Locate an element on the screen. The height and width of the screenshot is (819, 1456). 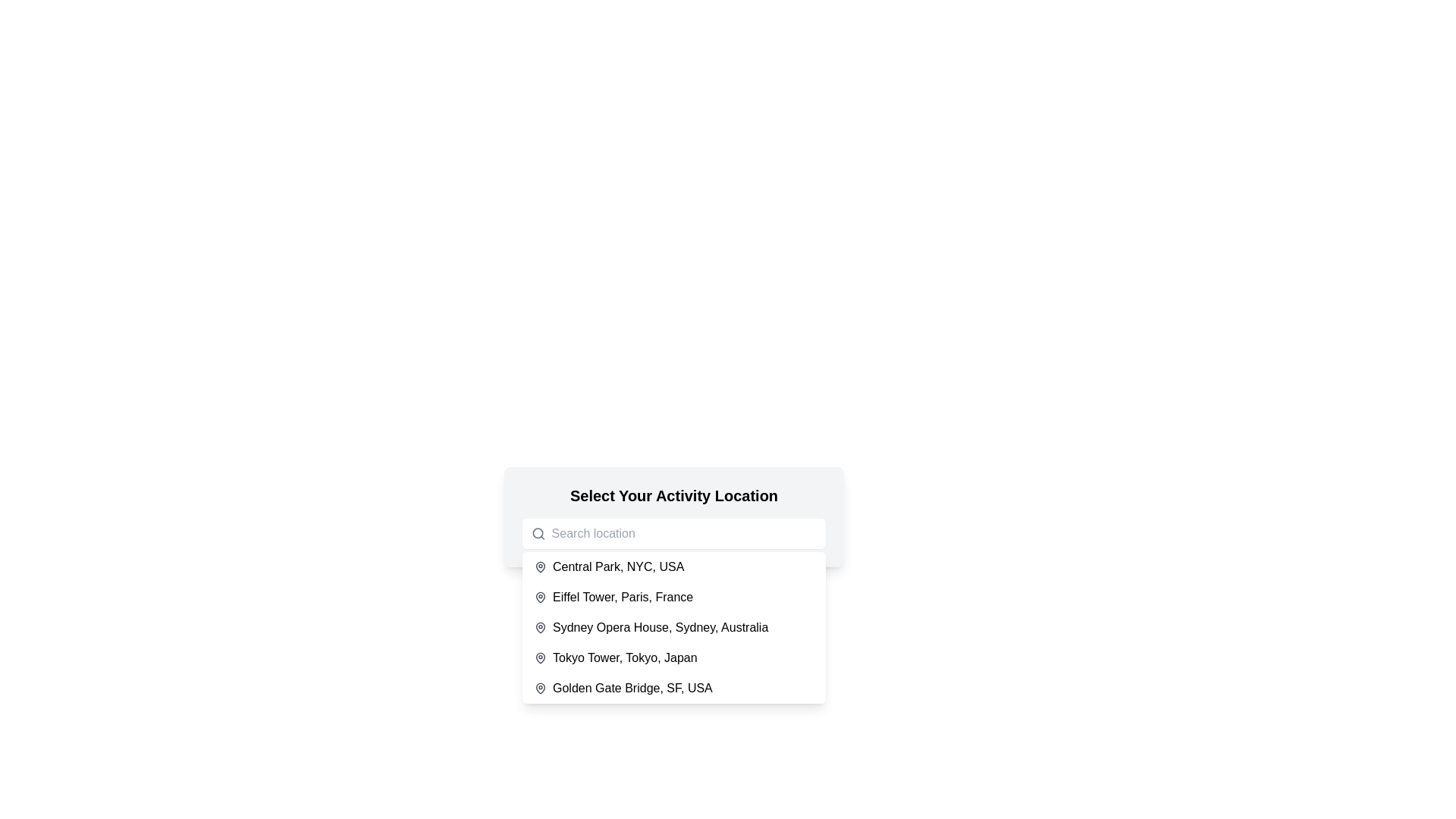
the map pin icon located to the left of the text for 'Tokyo Tower, Tokyo, Japan' is located at coordinates (541, 657).